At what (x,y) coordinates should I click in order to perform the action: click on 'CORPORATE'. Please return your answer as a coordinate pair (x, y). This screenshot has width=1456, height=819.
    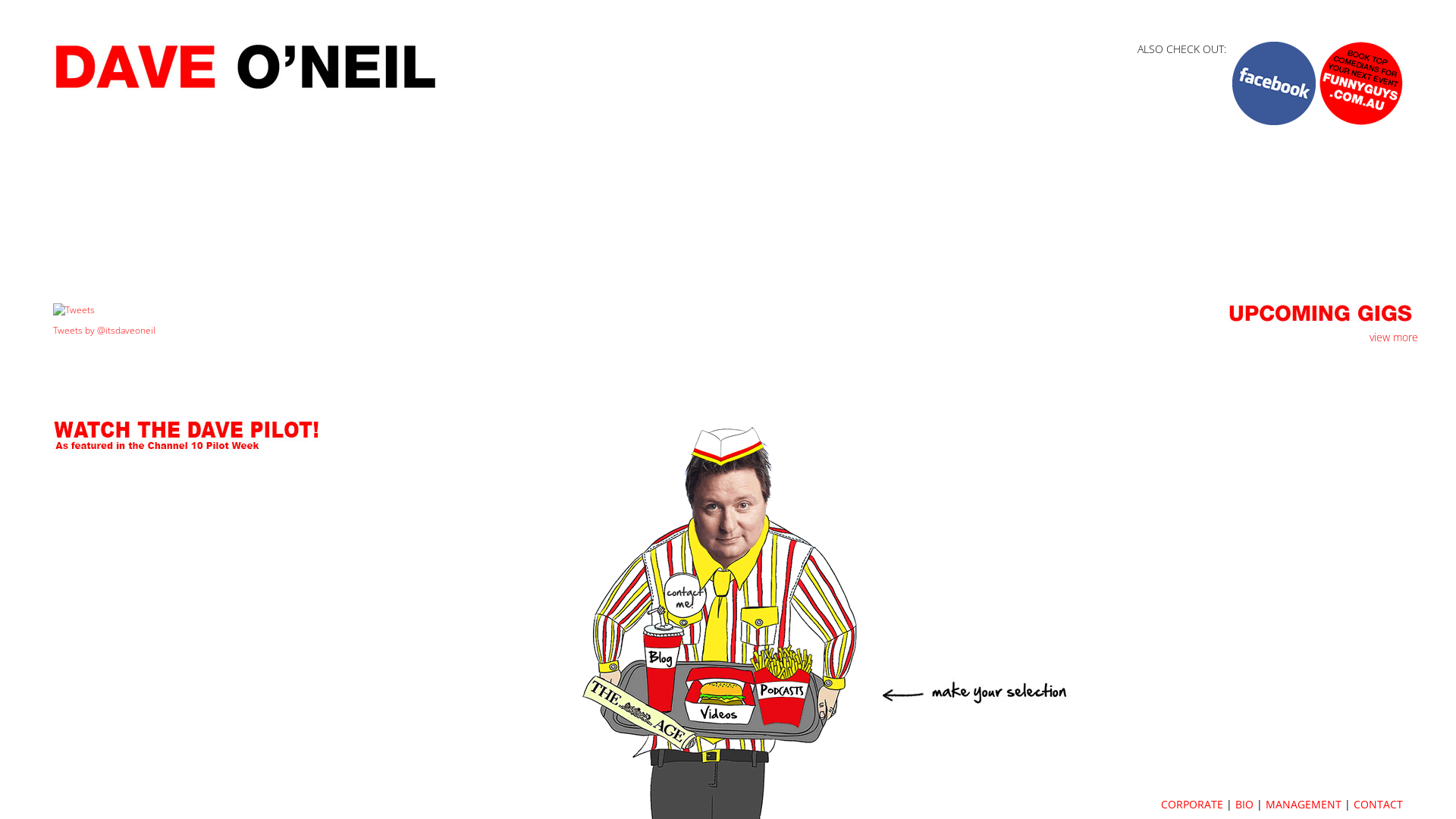
    Looking at the image, I should click on (1191, 803).